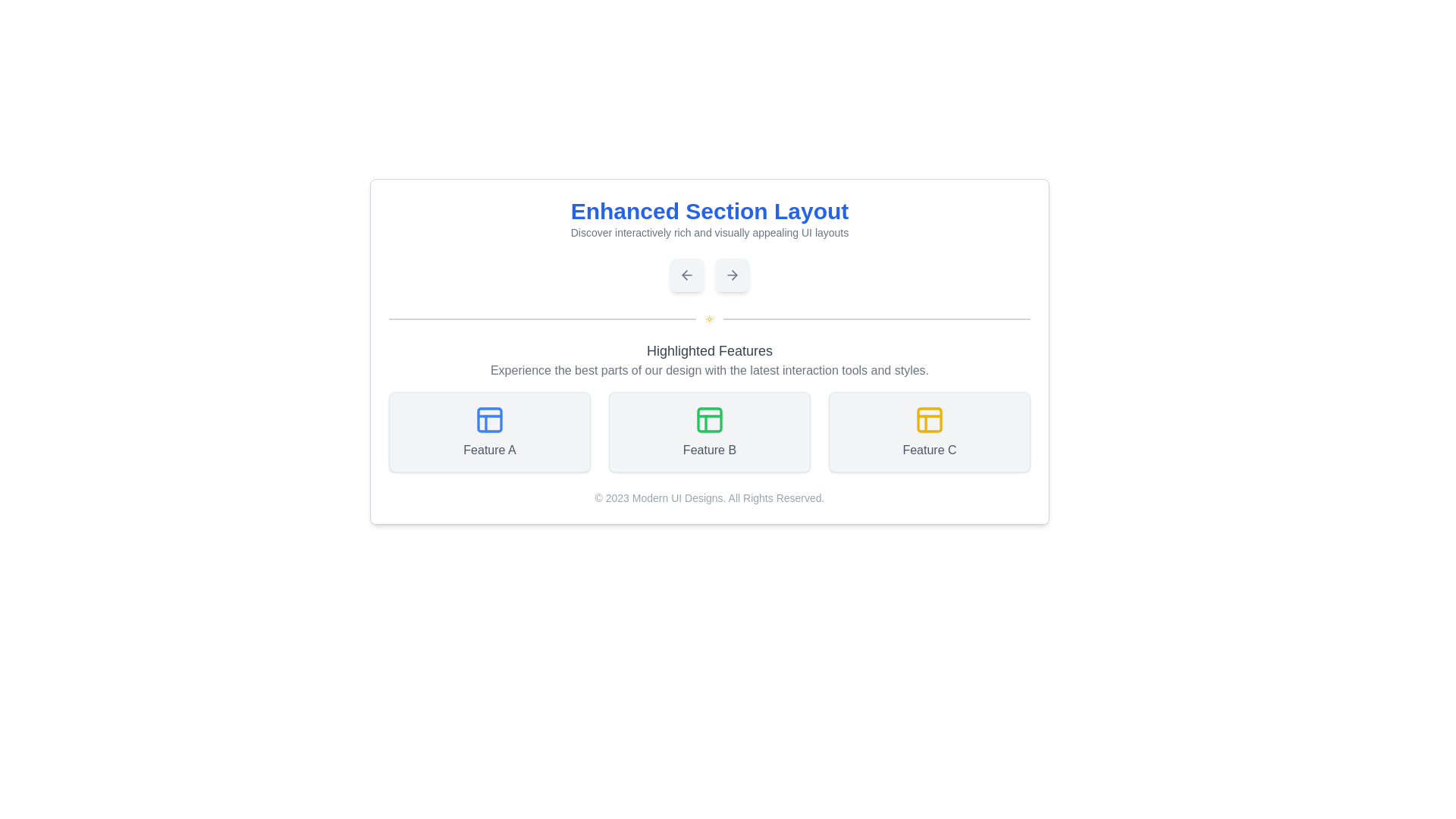 Image resolution: width=1456 pixels, height=819 pixels. I want to click on the icon representing 'Feature C', which is located within the card labeled 'Feature C' on the rightmost side of a three-column layout under 'Highlighted Features', so click(928, 420).